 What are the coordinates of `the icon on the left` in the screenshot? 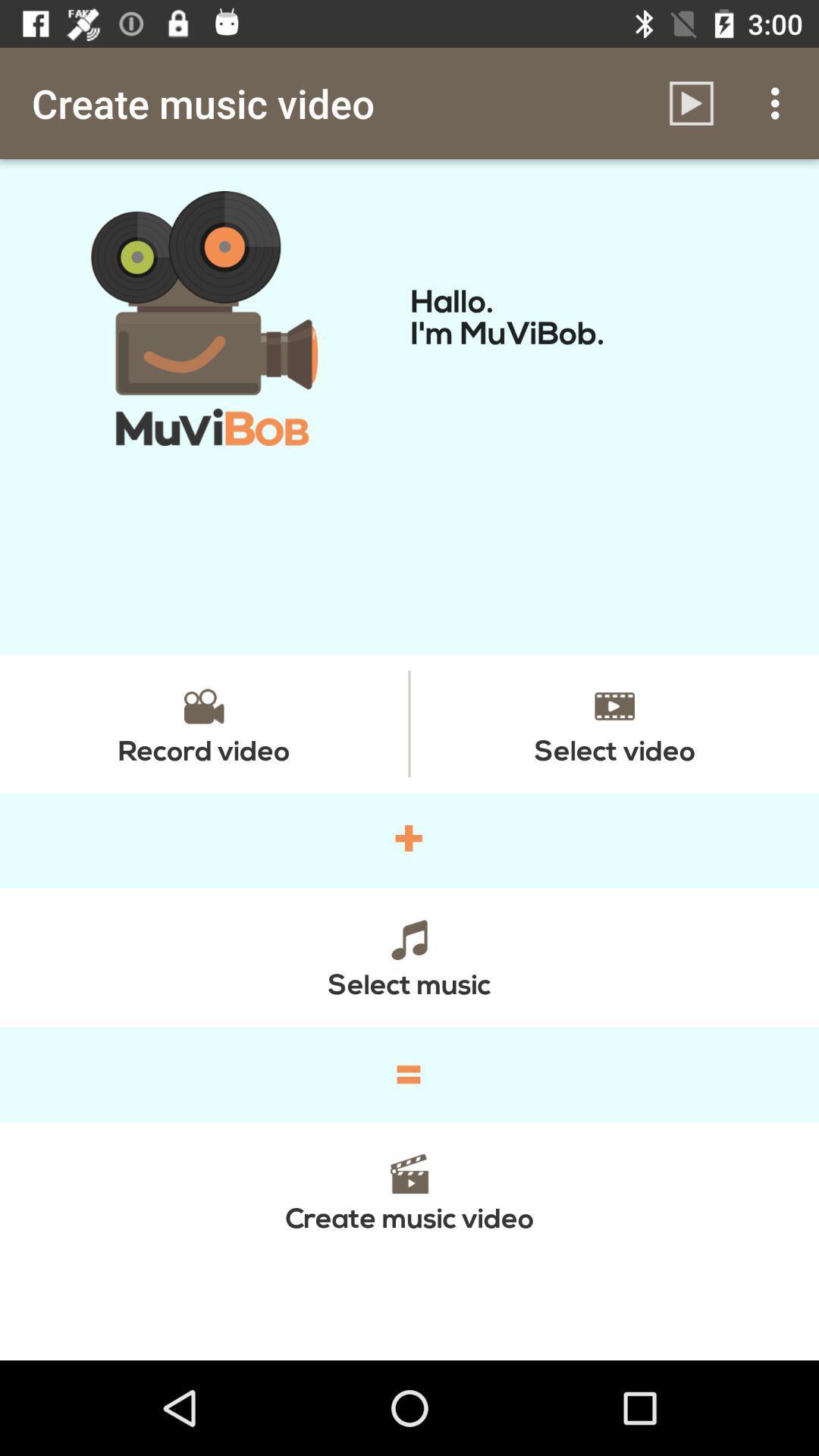 It's located at (203, 723).